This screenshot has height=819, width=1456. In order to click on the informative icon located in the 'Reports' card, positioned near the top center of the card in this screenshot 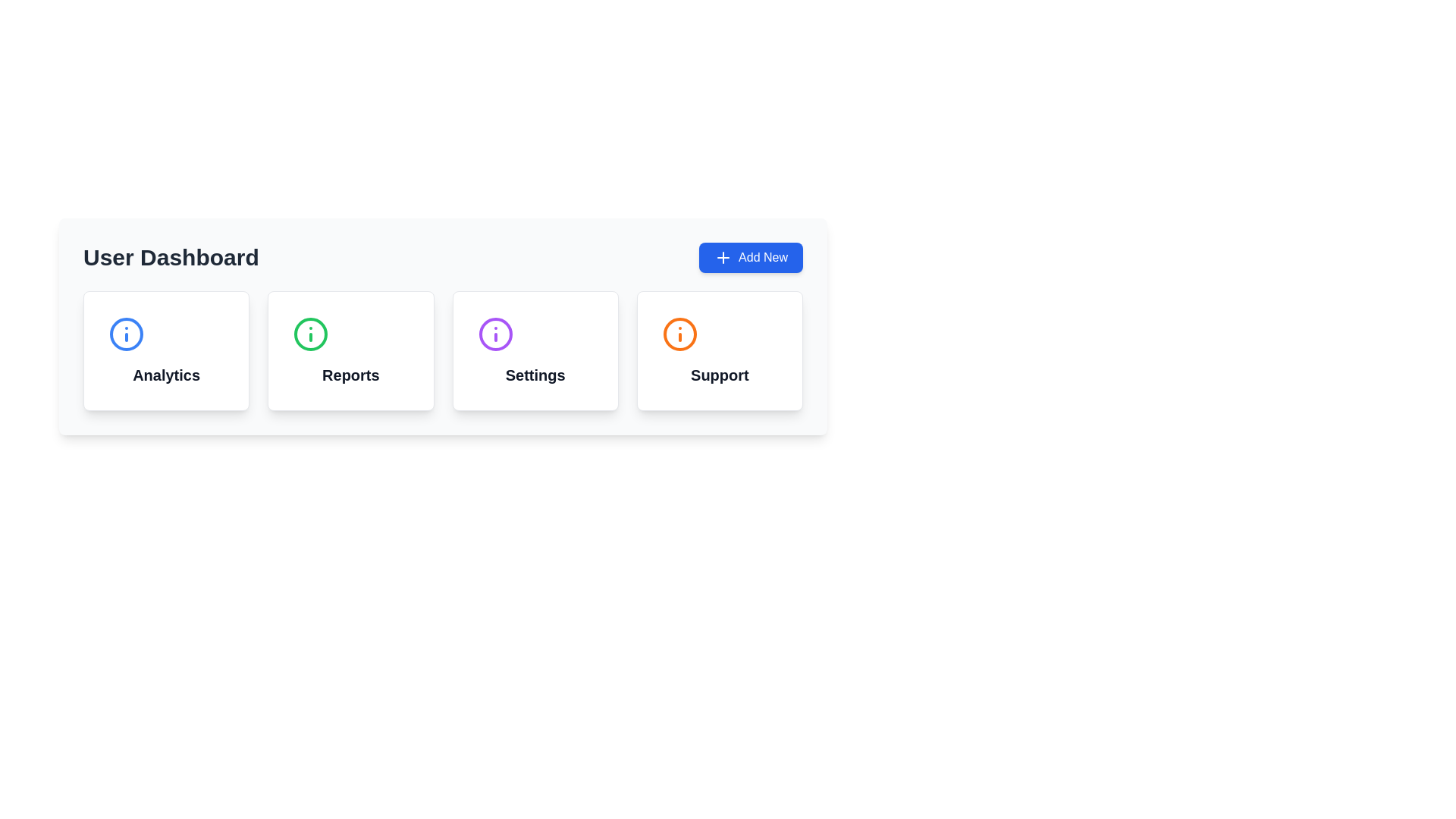, I will do `click(310, 333)`.